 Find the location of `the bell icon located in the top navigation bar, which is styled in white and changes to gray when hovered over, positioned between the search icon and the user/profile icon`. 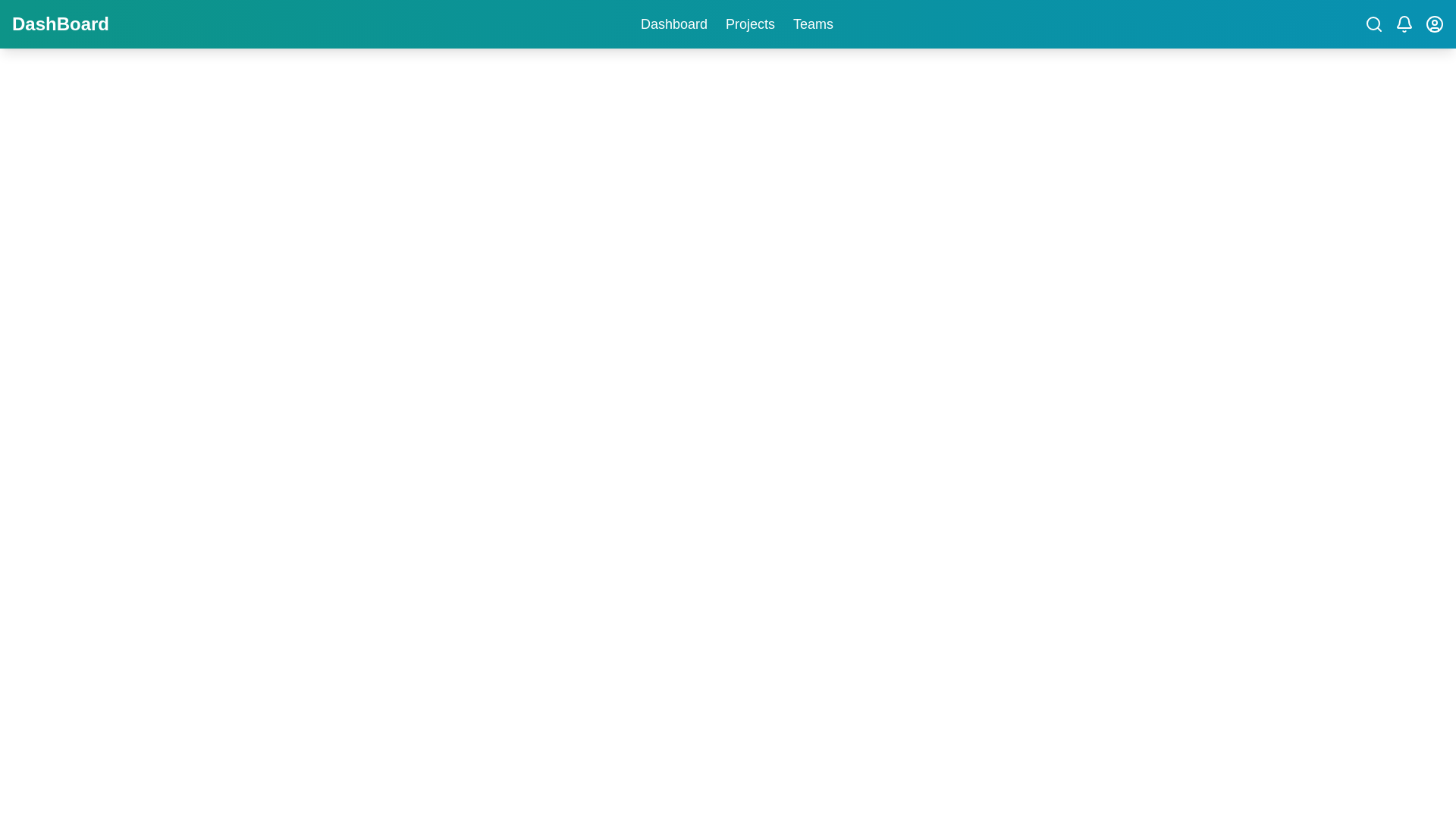

the bell icon located in the top navigation bar, which is styled in white and changes to gray when hovered over, positioned between the search icon and the user/profile icon is located at coordinates (1404, 24).